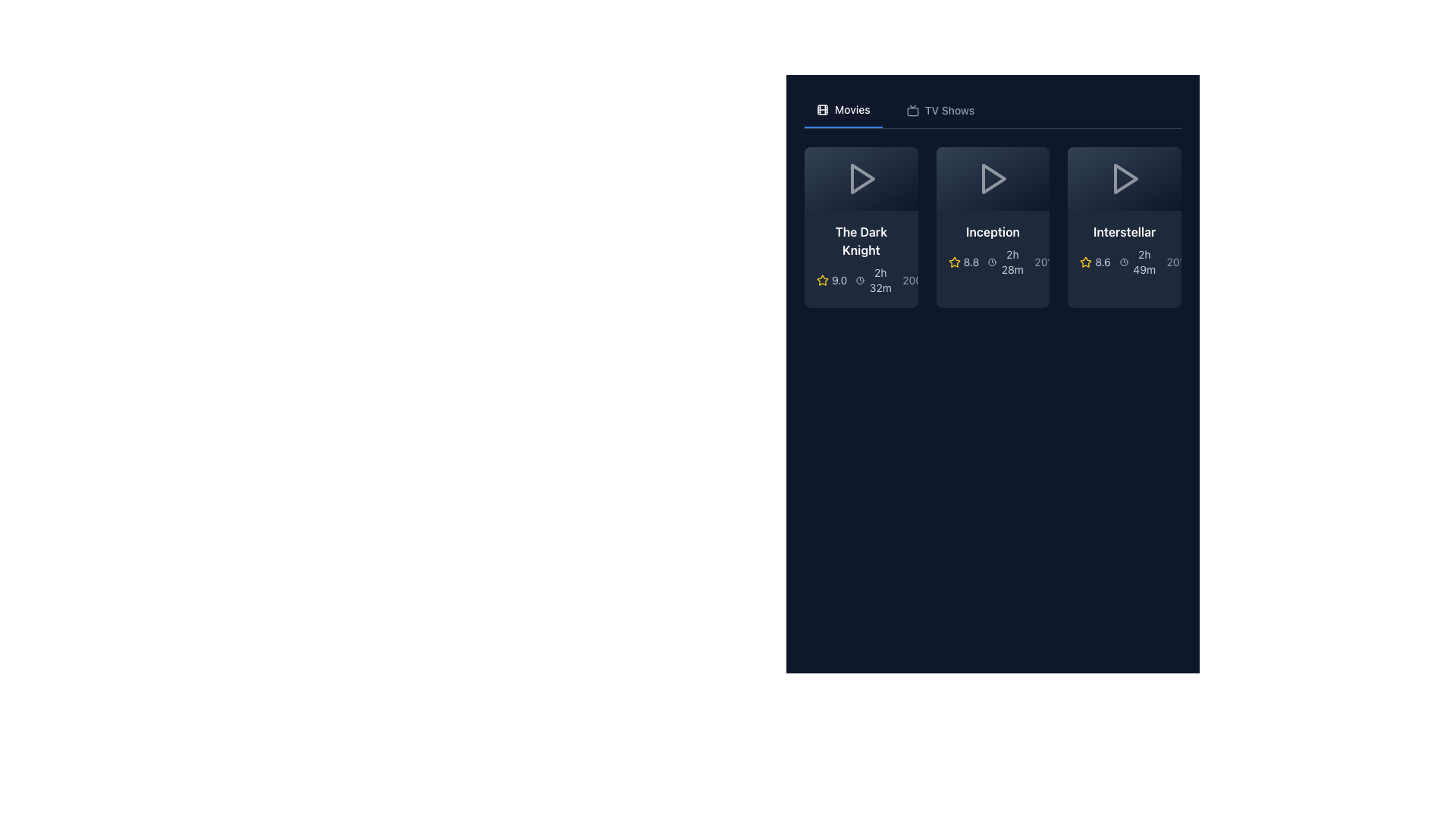  What do you see at coordinates (915, 281) in the screenshot?
I see `the text label displaying '2008' in a slately, light grey font, located at the bottom-right of the card for 'The Dark Knight'` at bounding box center [915, 281].